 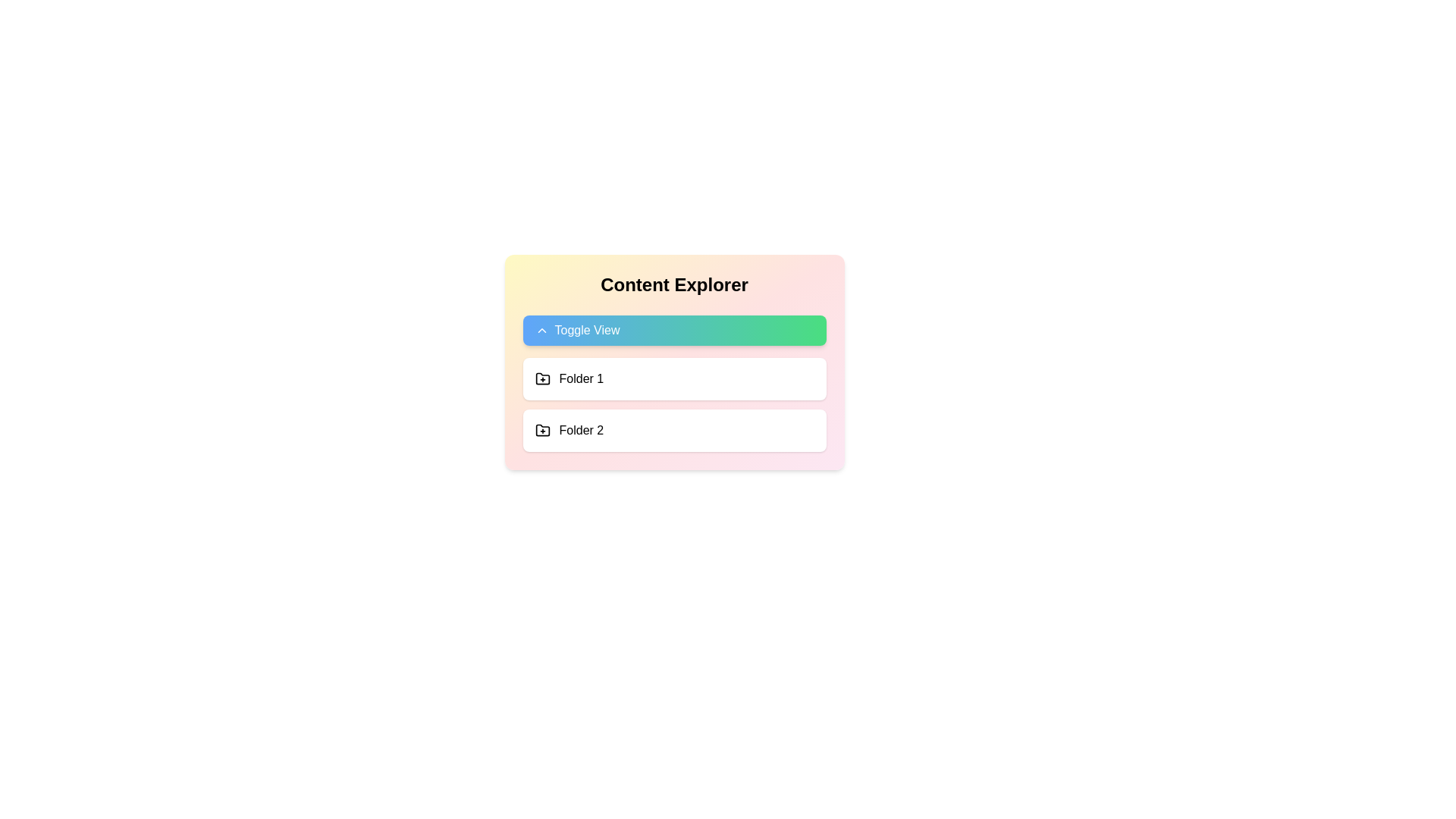 What do you see at coordinates (568, 378) in the screenshot?
I see `the folder button labeled 'Folder 1'` at bounding box center [568, 378].